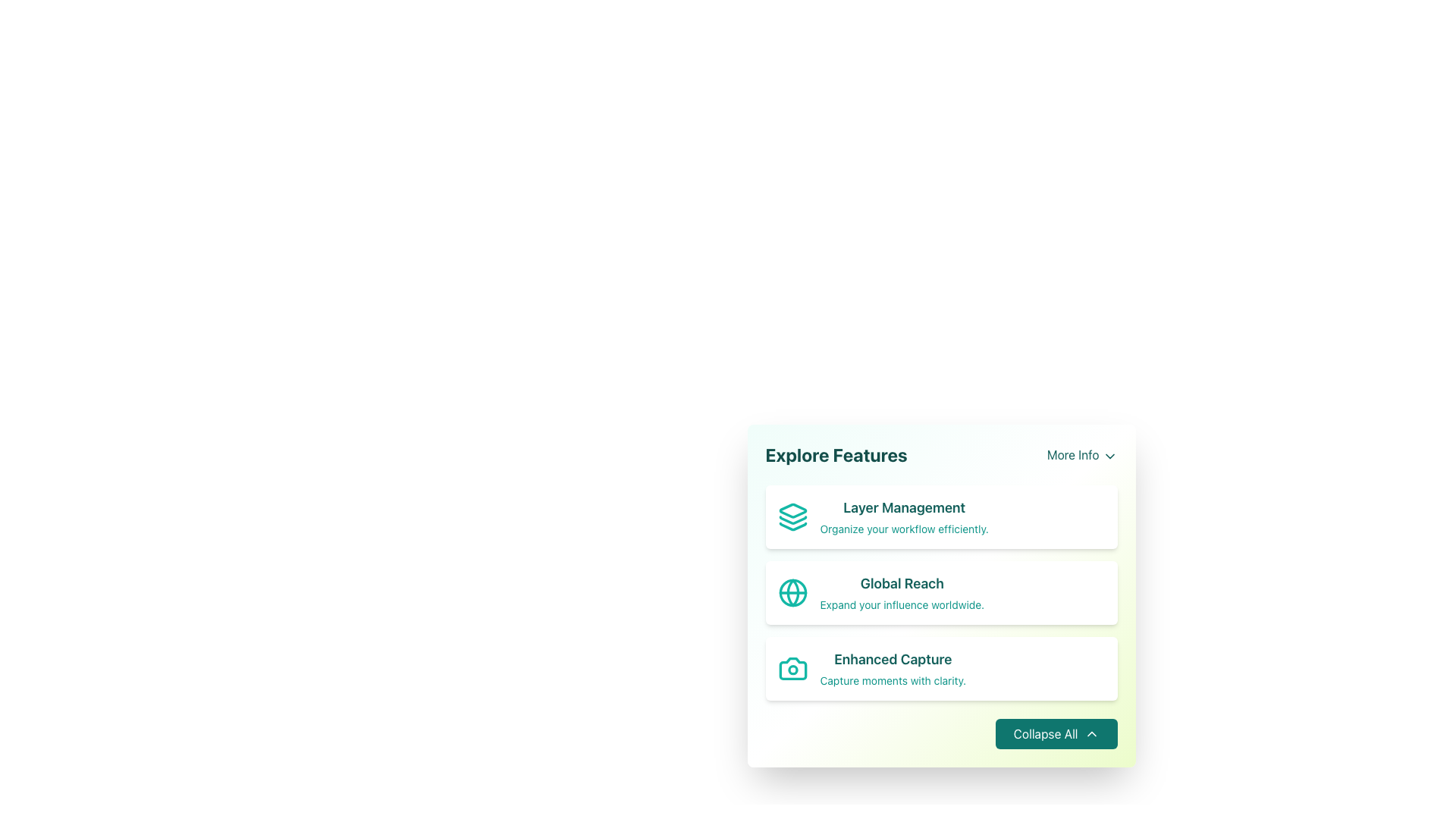 The image size is (1456, 819). Describe the element at coordinates (902, 604) in the screenshot. I see `the descriptive text label explaining the 'Global Reach' feature, located in the lower text section of the 'Global Reach' card, under the title 'Global Reach'` at that location.